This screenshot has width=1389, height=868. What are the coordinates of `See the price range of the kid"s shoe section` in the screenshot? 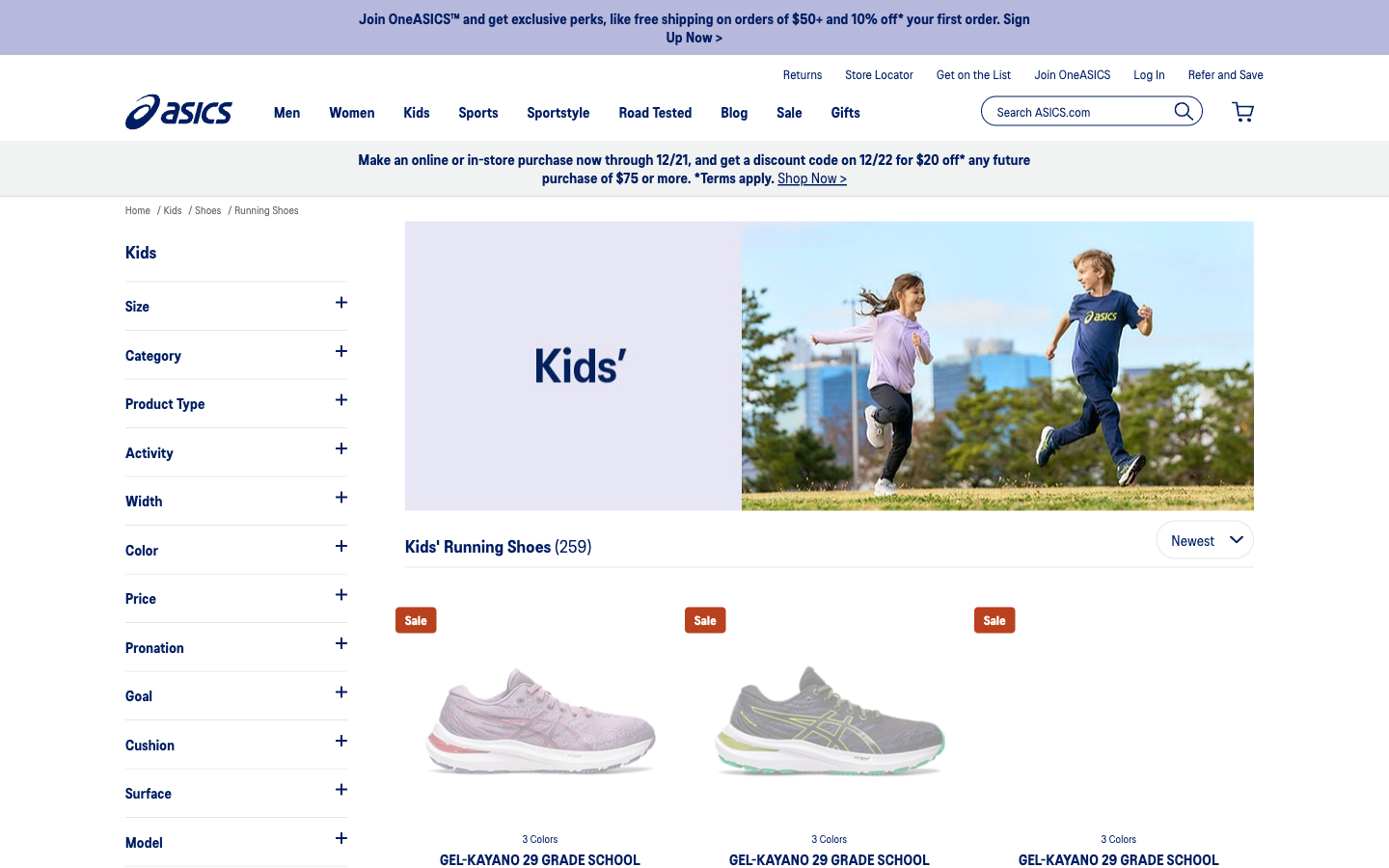 It's located at (234, 598).